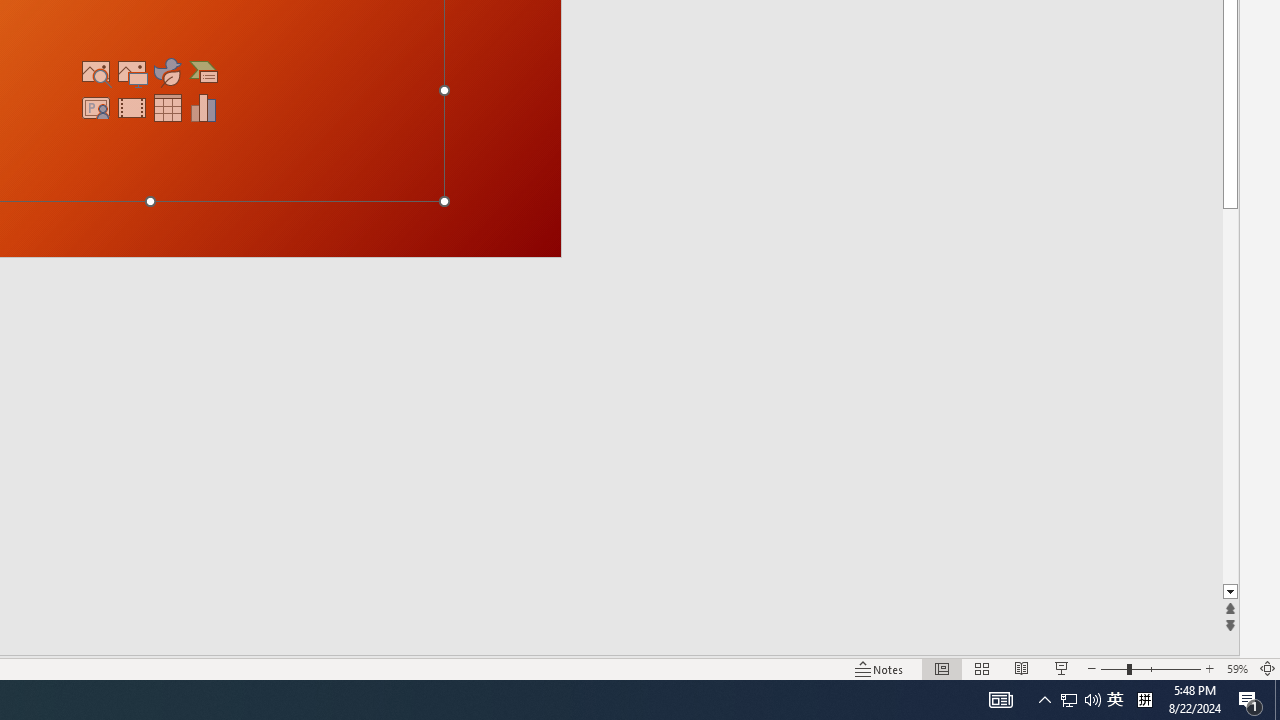  I want to click on 'Stock Images', so click(95, 71).